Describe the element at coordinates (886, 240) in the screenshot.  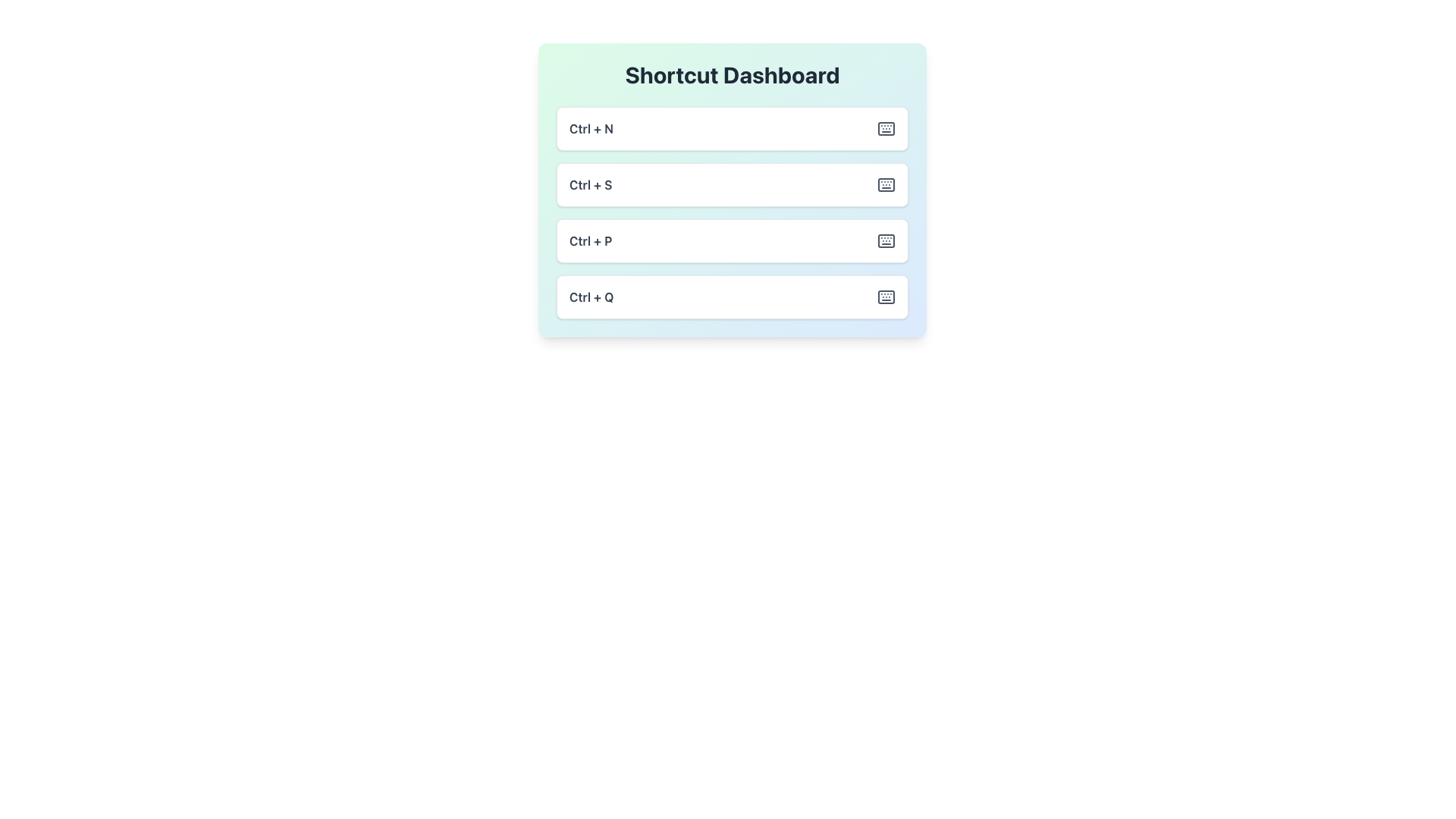
I see `the keyboard icon located to the right of the 'Ctrl + P' shortcut text` at that location.